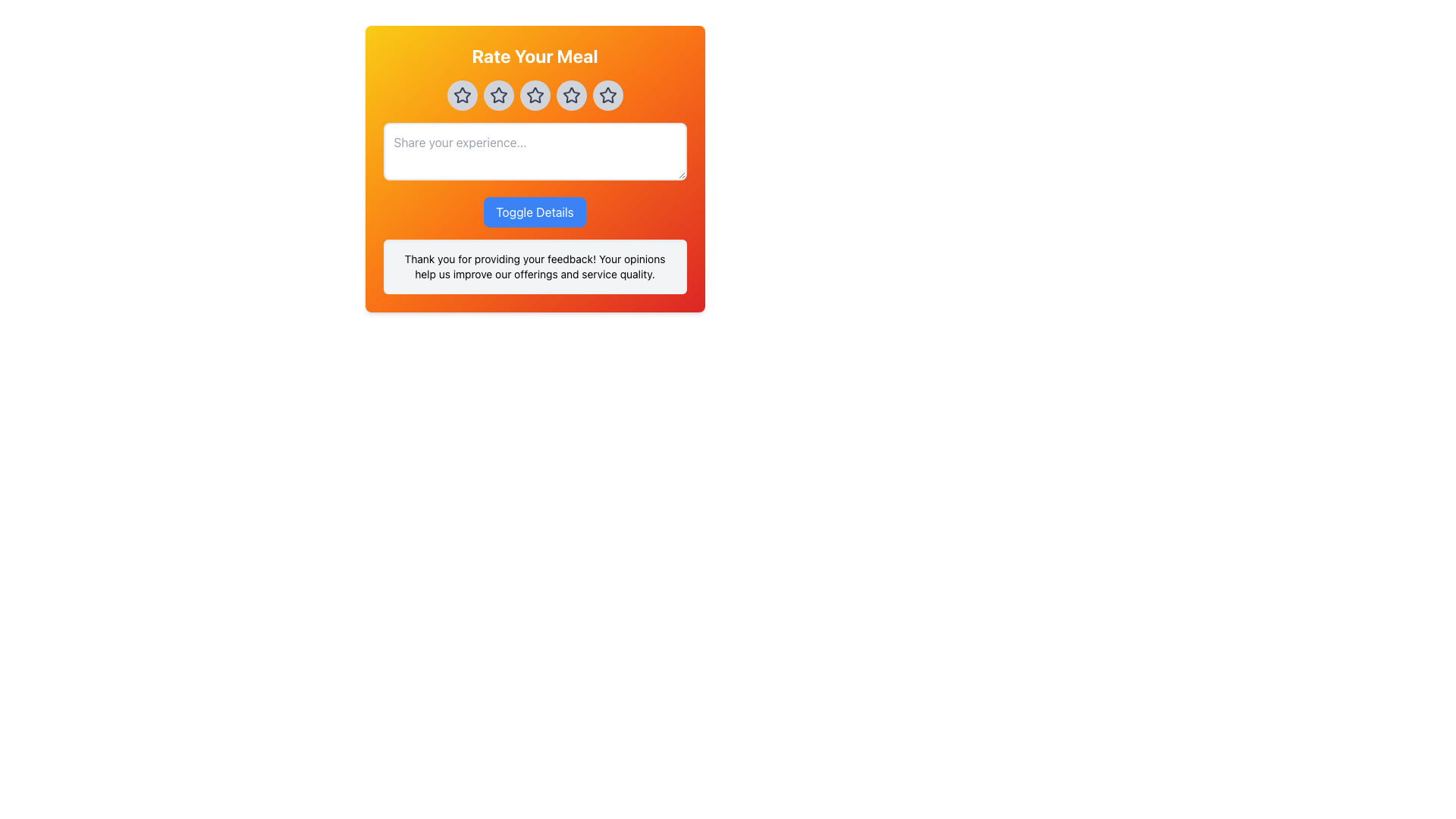  What do you see at coordinates (535, 212) in the screenshot?
I see `the toggle button located centrally within its card-like section` at bounding box center [535, 212].